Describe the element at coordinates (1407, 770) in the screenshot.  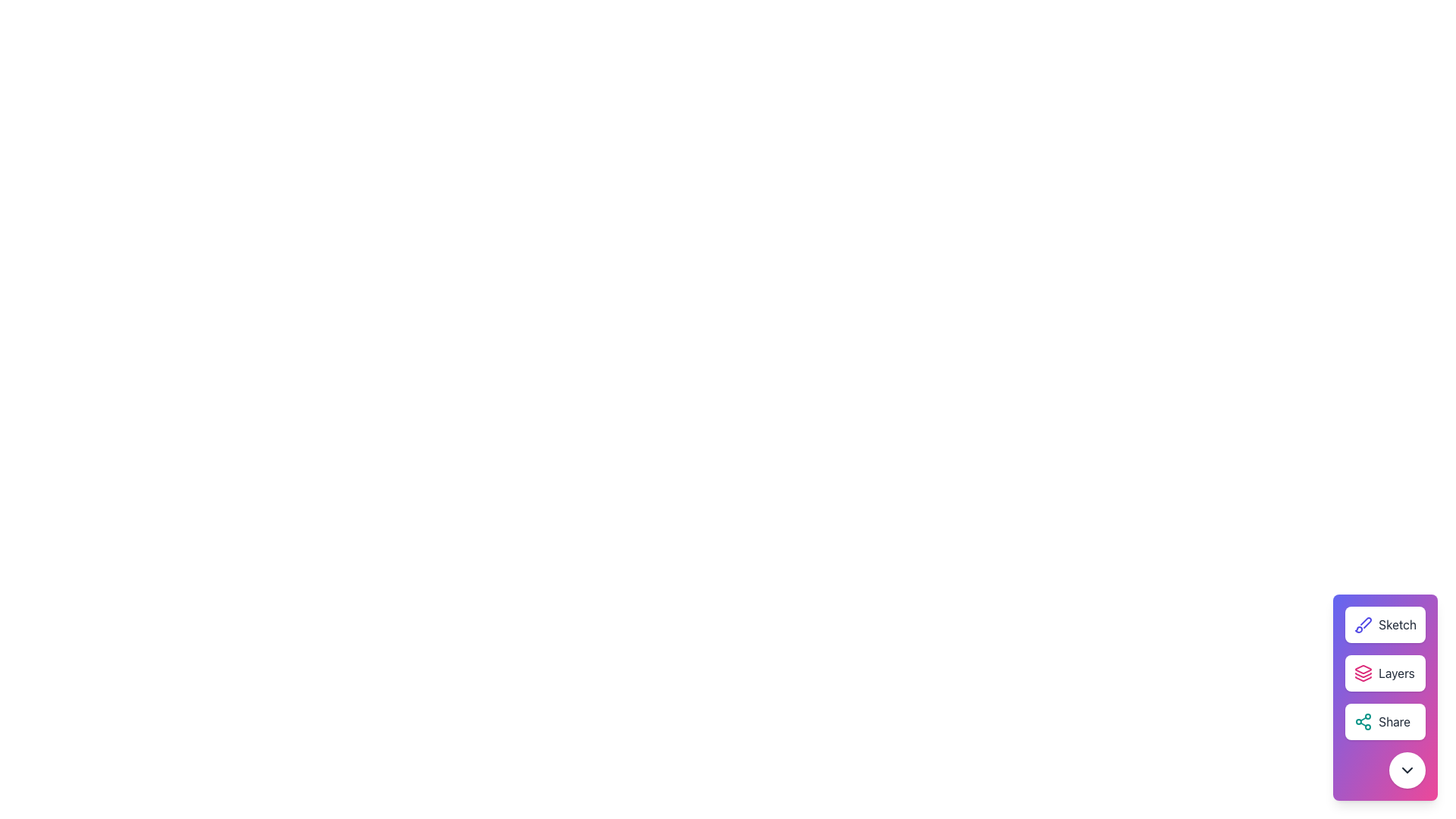
I see `the toggle button located underneath the 'Share' button in the vertical panel` at that location.